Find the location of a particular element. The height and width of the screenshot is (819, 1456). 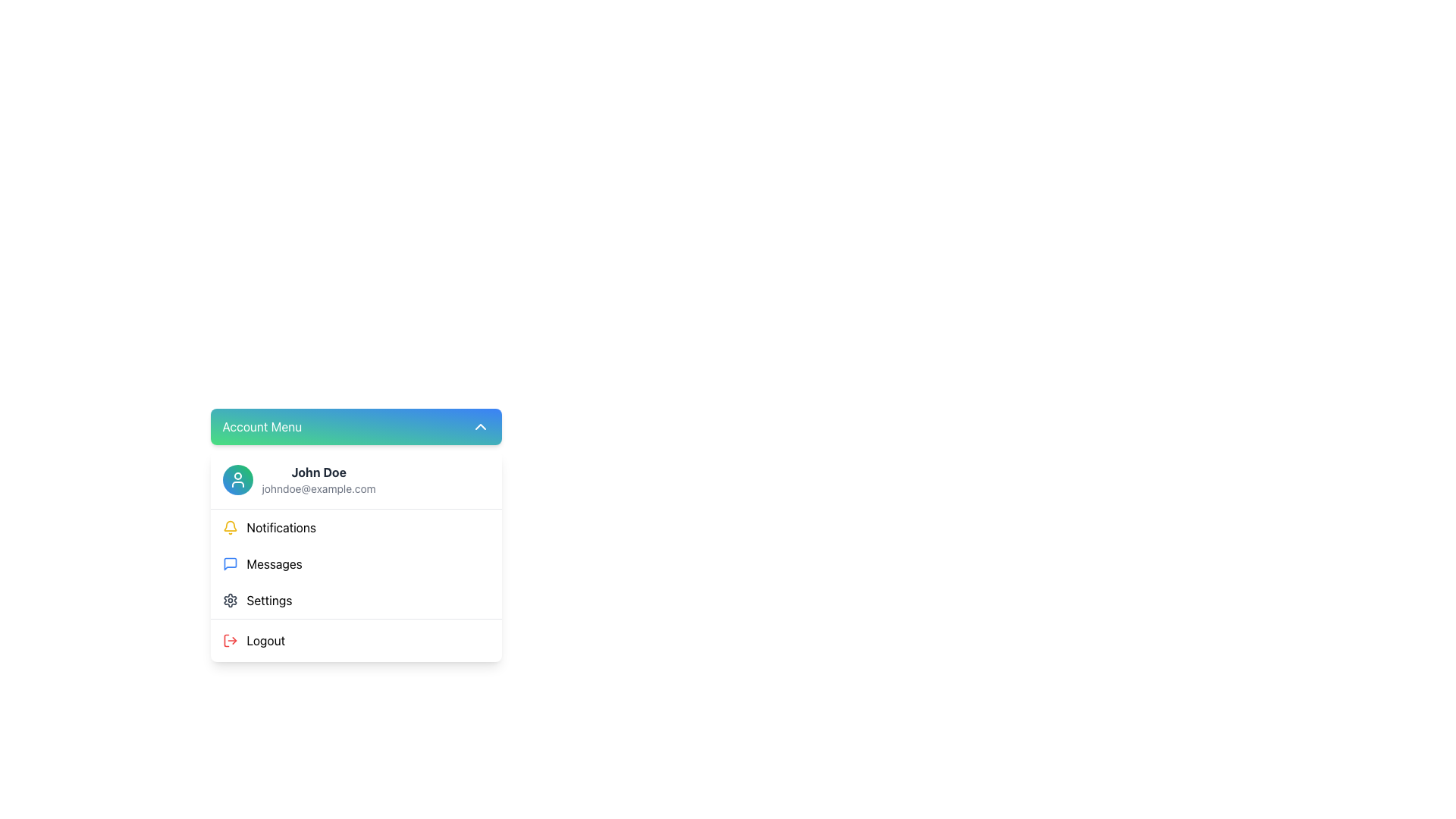

the gear-shaped icon associated with the 'Settings' option in the account menu, which is the leftmost icon aligned with the text 'Settings' is located at coordinates (229, 599).